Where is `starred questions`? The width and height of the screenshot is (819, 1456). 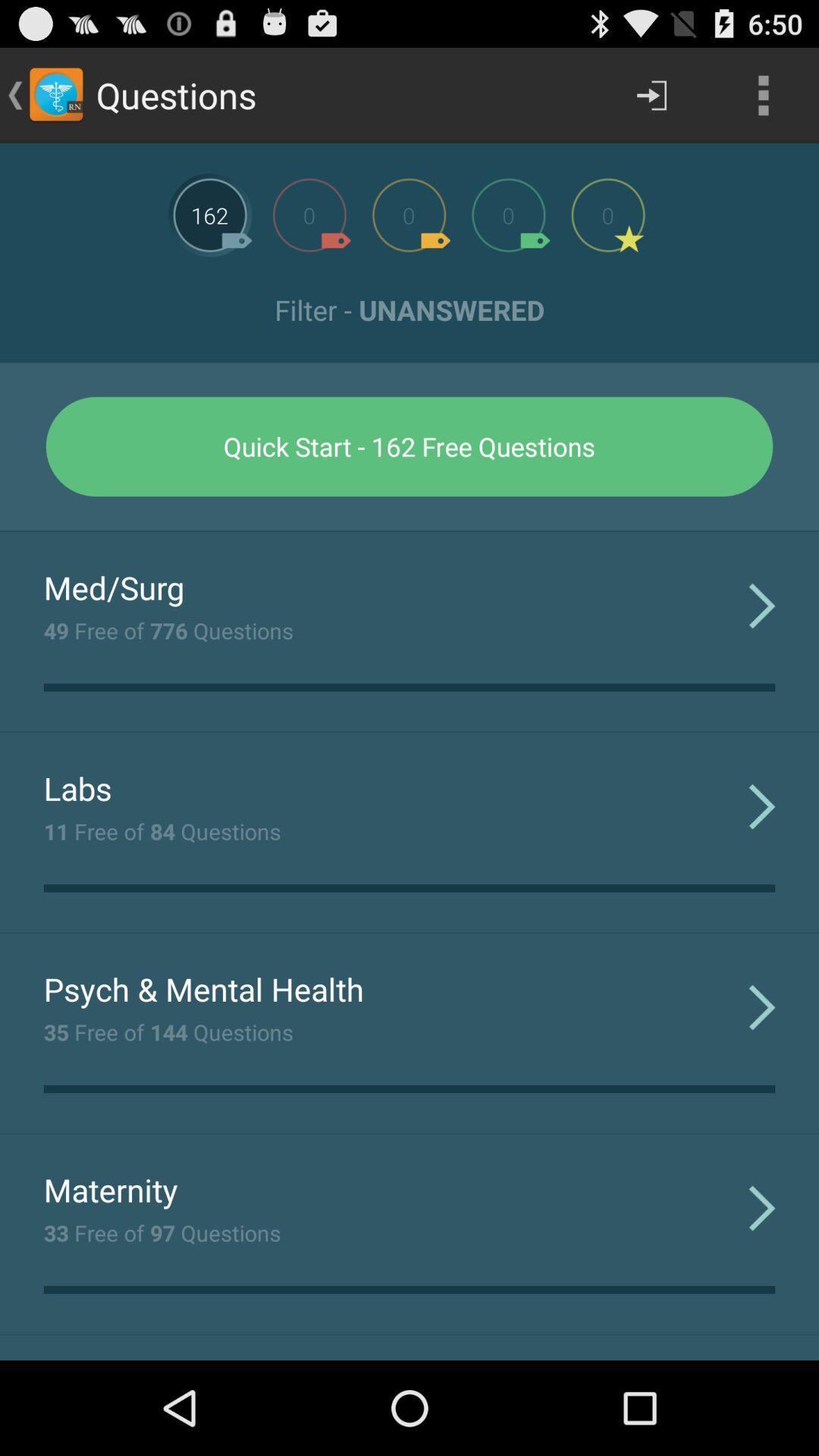 starred questions is located at coordinates (607, 214).